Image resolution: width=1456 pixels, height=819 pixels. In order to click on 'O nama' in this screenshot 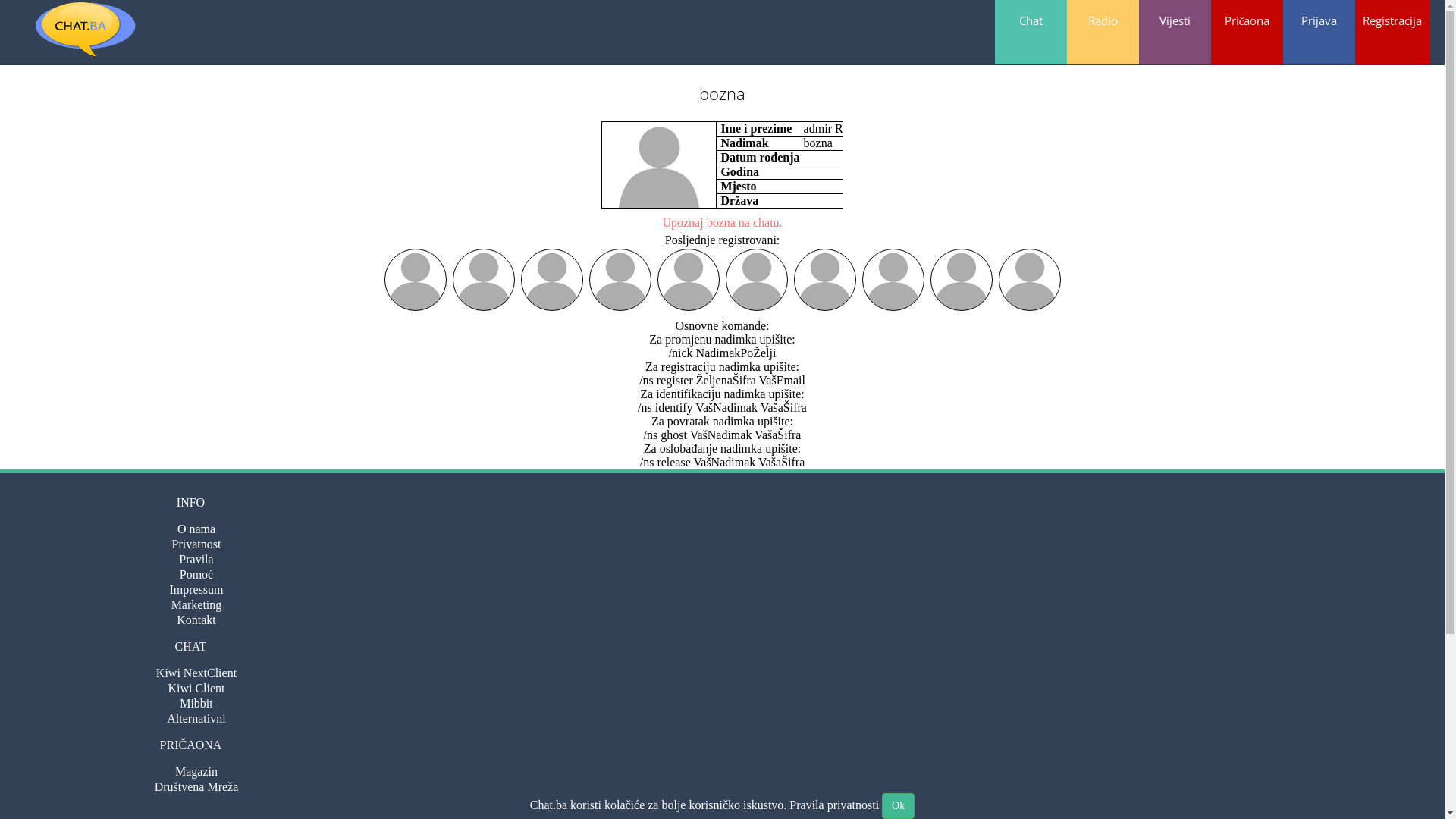, I will do `click(177, 528)`.